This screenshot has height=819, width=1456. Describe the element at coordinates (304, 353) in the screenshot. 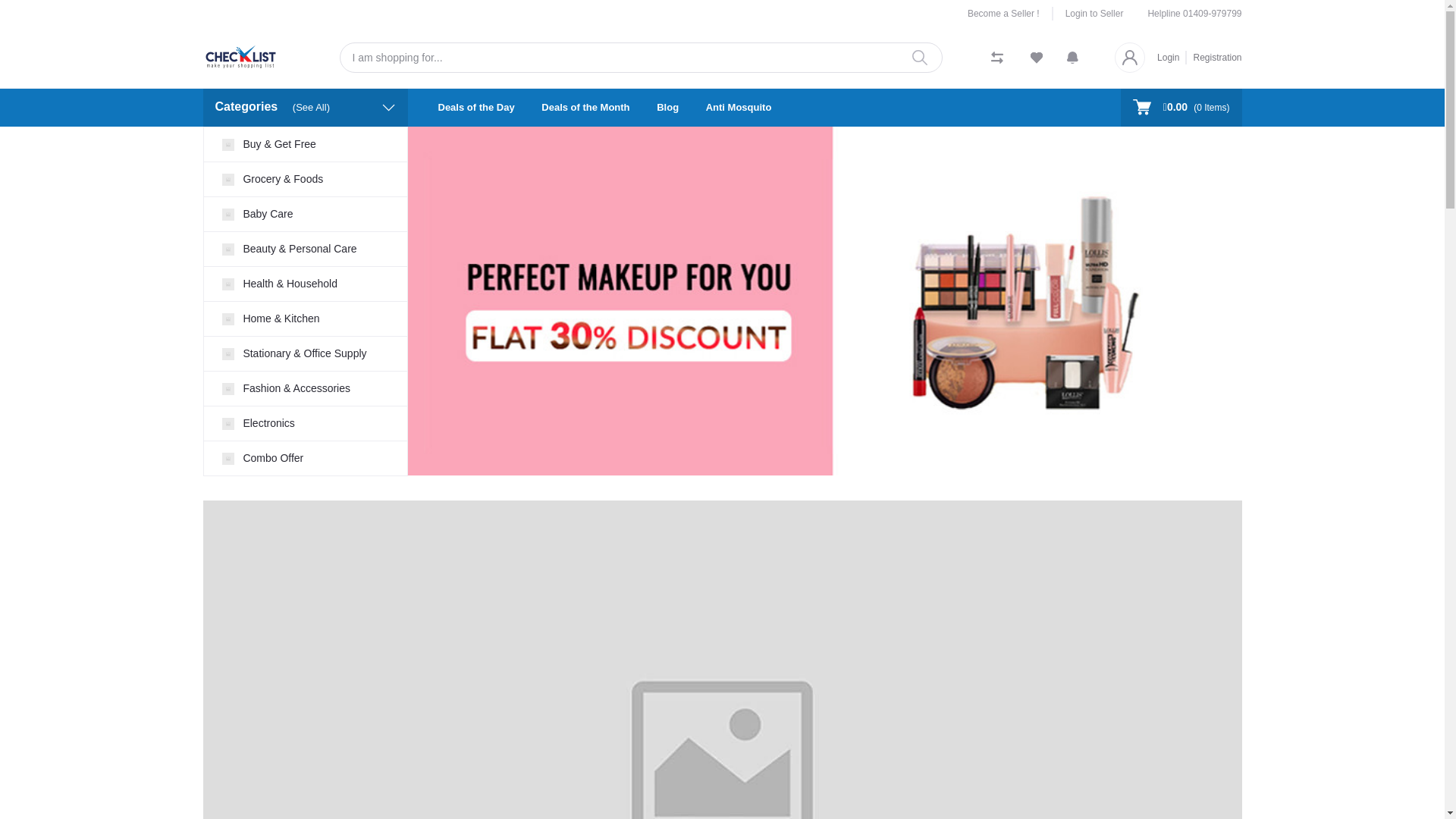

I see `'Stationary & Office Supply'` at that location.